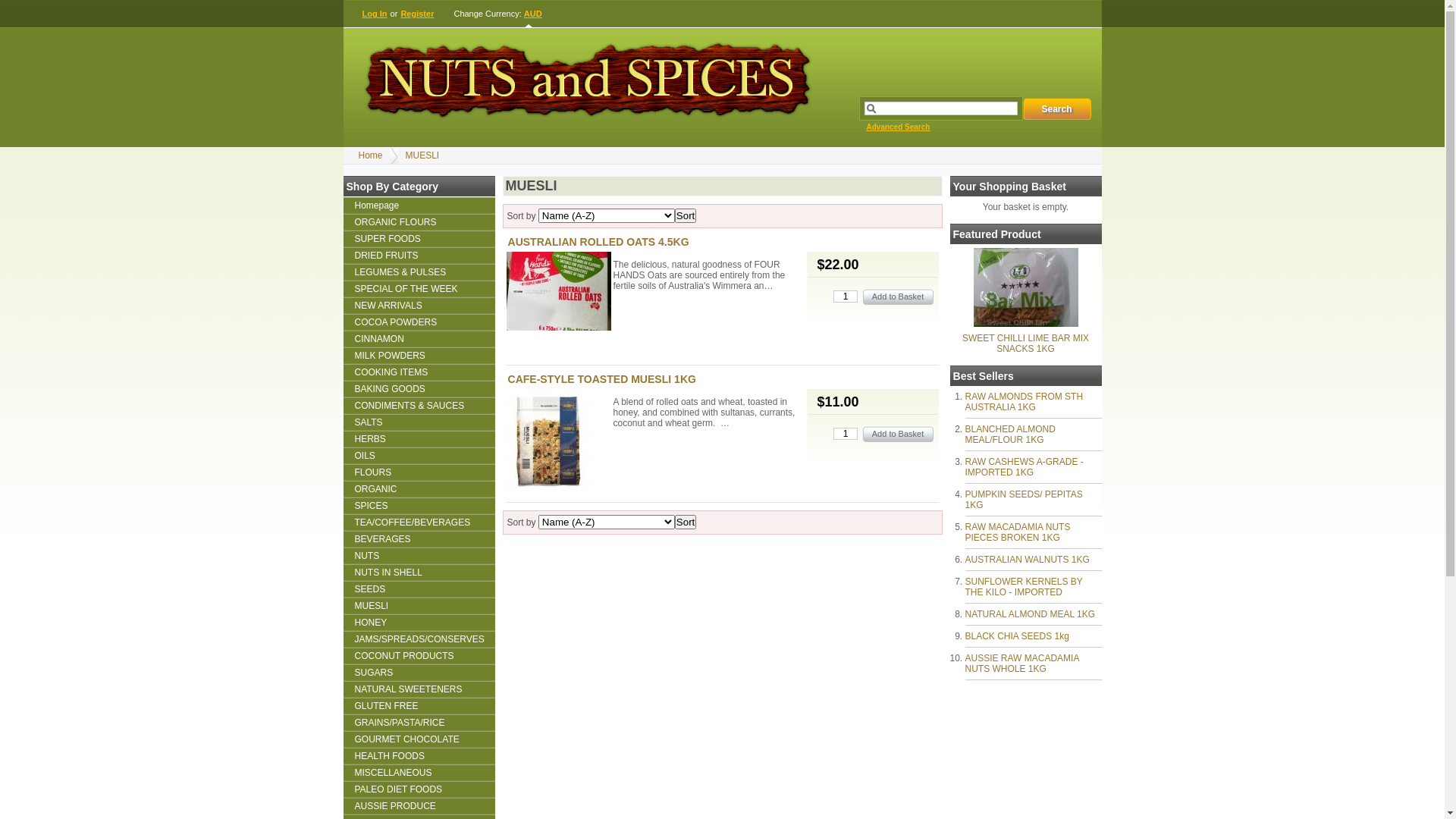 This screenshot has height=819, width=1456. What do you see at coordinates (419, 438) in the screenshot?
I see `'HERBS'` at bounding box center [419, 438].